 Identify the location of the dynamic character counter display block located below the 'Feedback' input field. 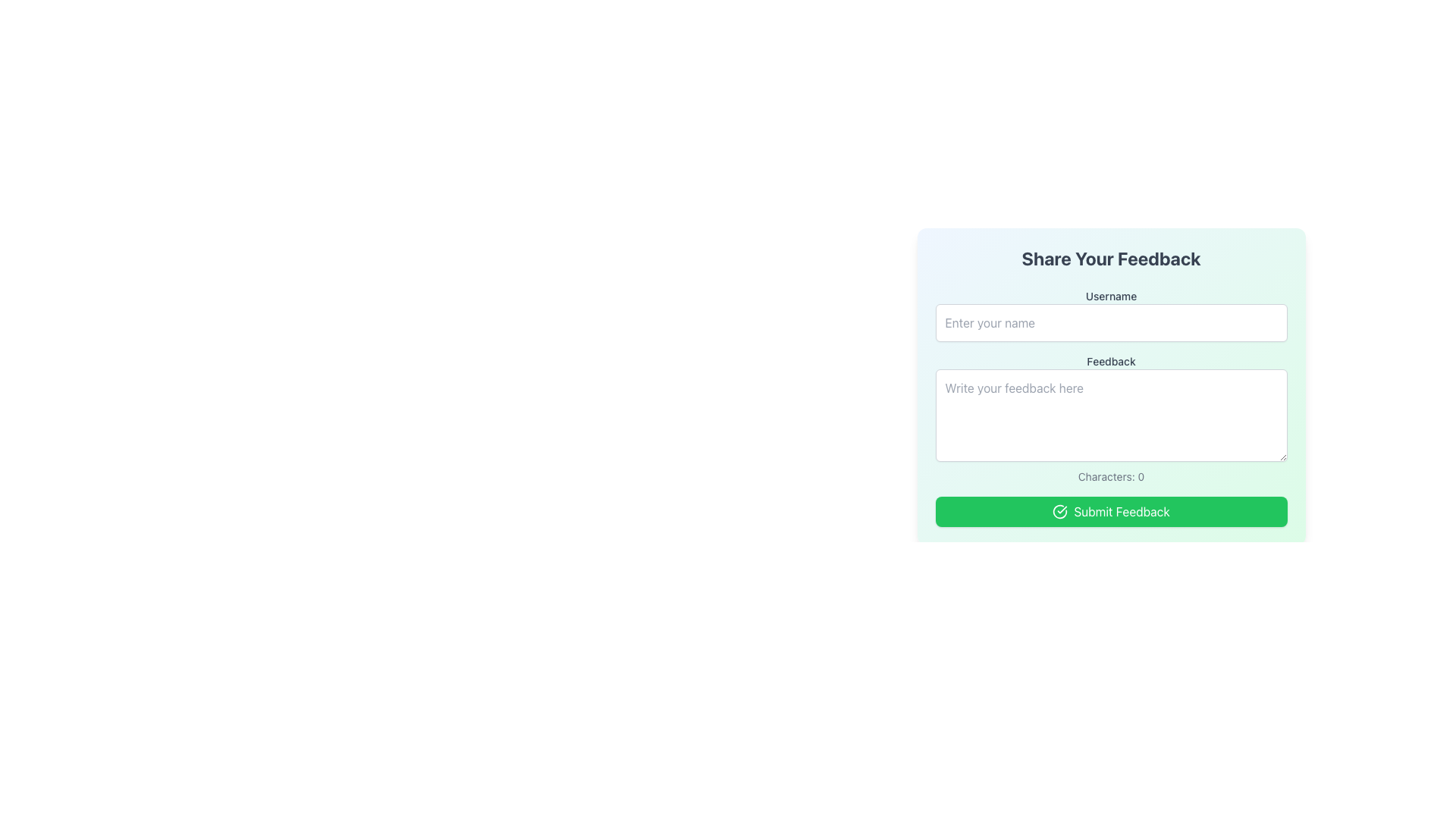
(1111, 475).